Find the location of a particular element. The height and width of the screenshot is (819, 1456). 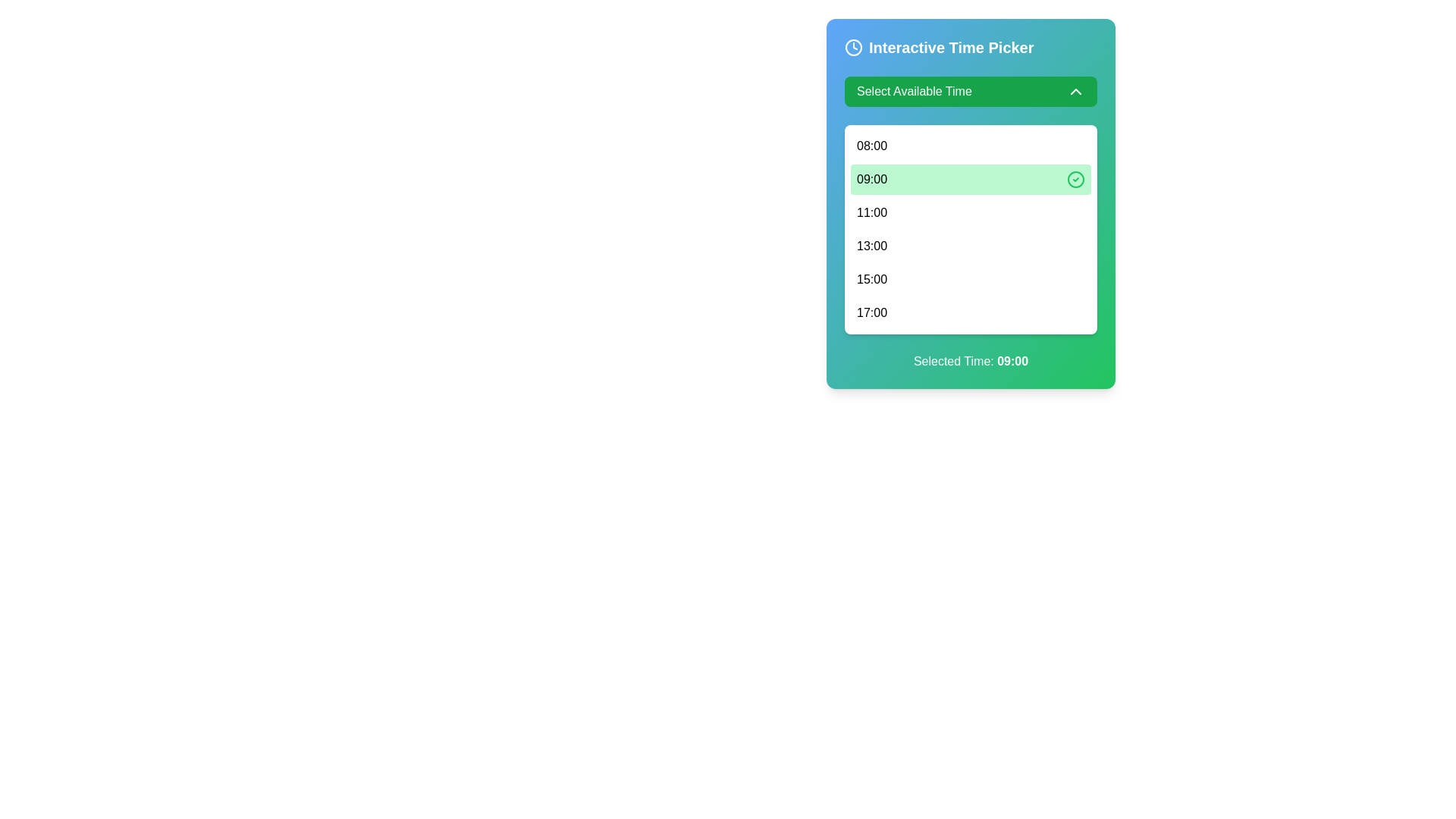

the fourth time slot labeled '13:00' in the dropdown time picker is located at coordinates (971, 245).